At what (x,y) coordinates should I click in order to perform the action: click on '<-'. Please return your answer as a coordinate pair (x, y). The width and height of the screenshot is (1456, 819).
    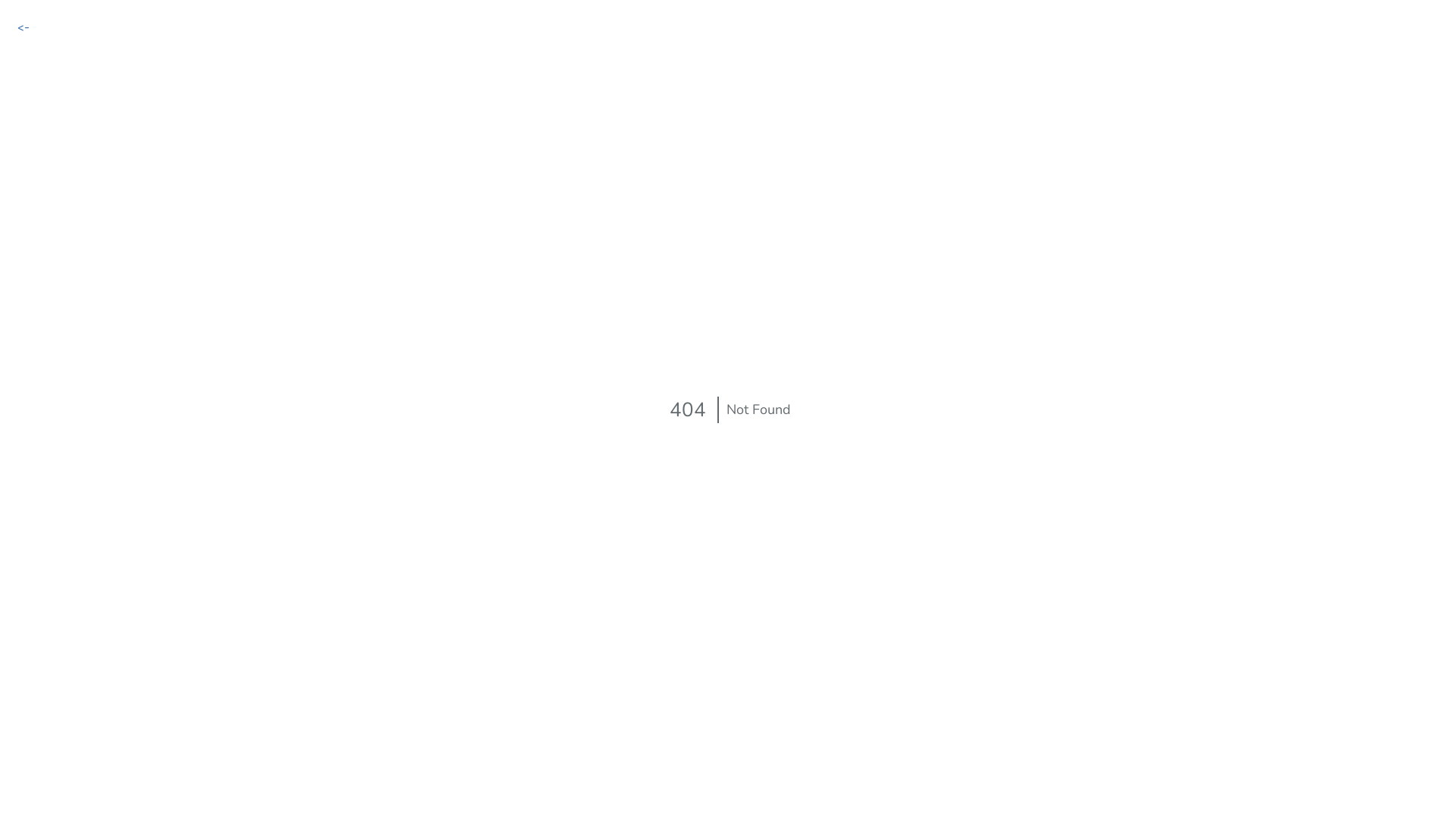
    Looking at the image, I should click on (17, 26).